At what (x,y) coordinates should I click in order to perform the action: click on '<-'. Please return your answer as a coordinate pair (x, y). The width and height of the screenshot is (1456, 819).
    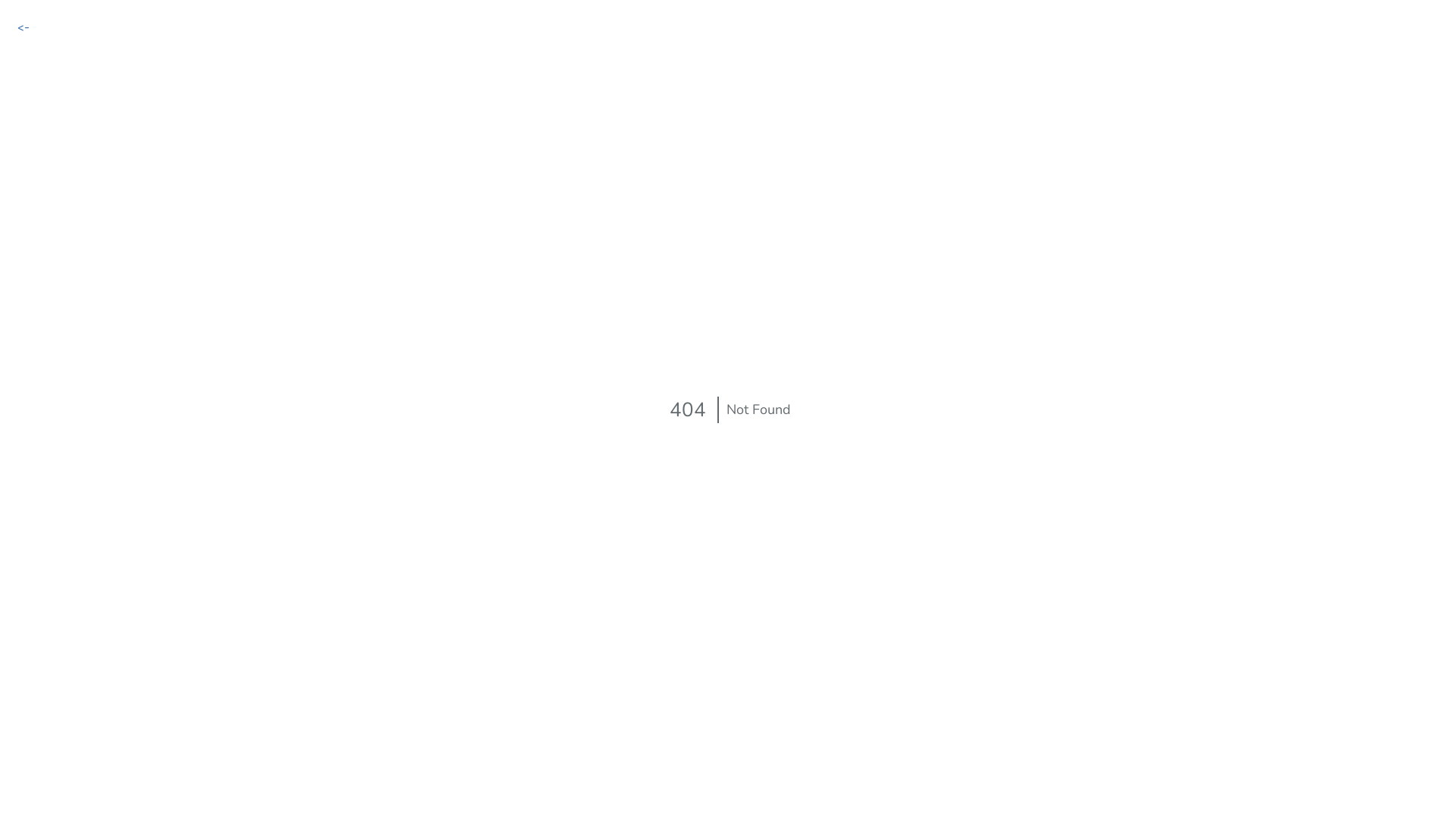
    Looking at the image, I should click on (17, 26).